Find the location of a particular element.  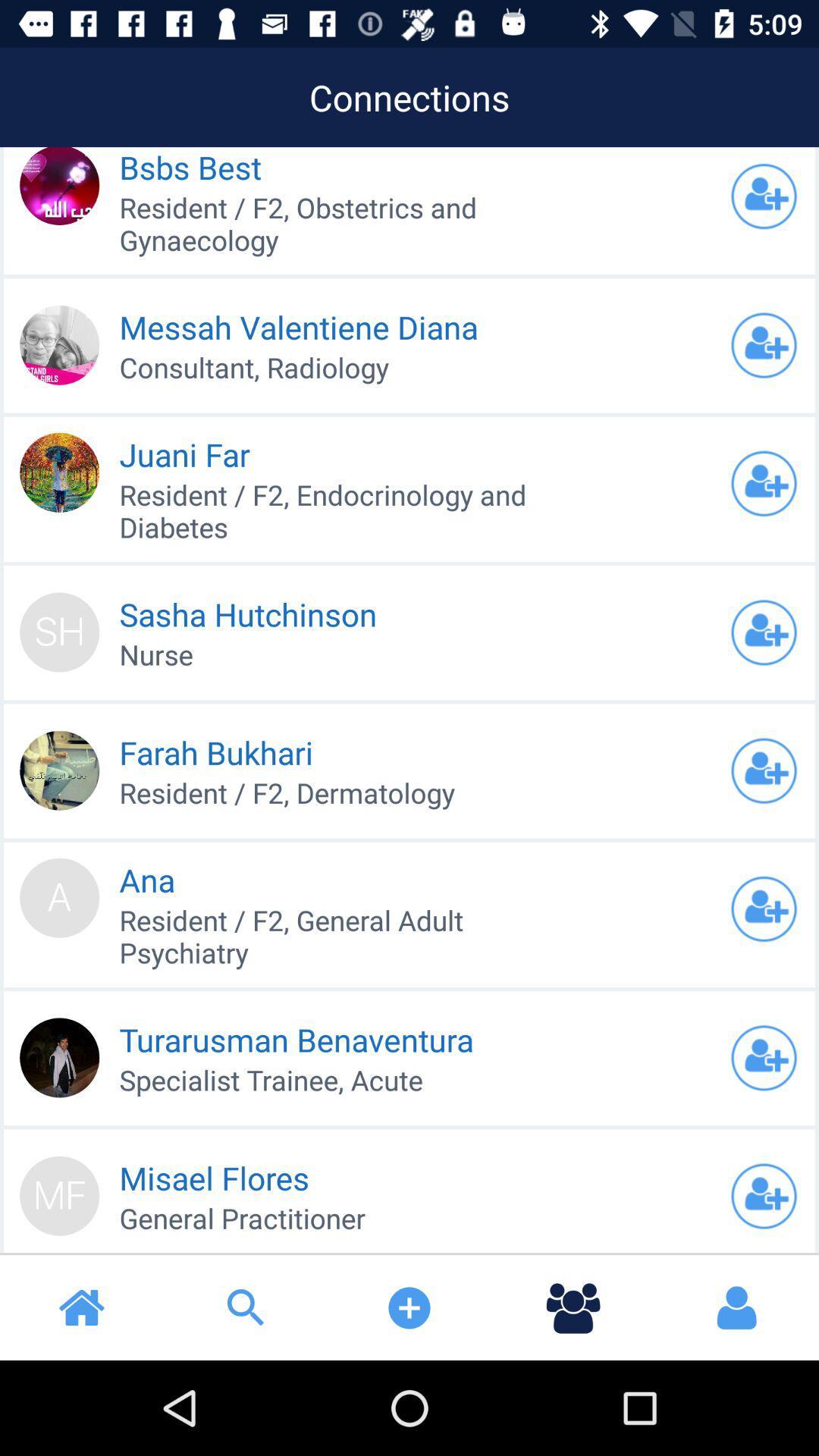

open profile is located at coordinates (764, 770).